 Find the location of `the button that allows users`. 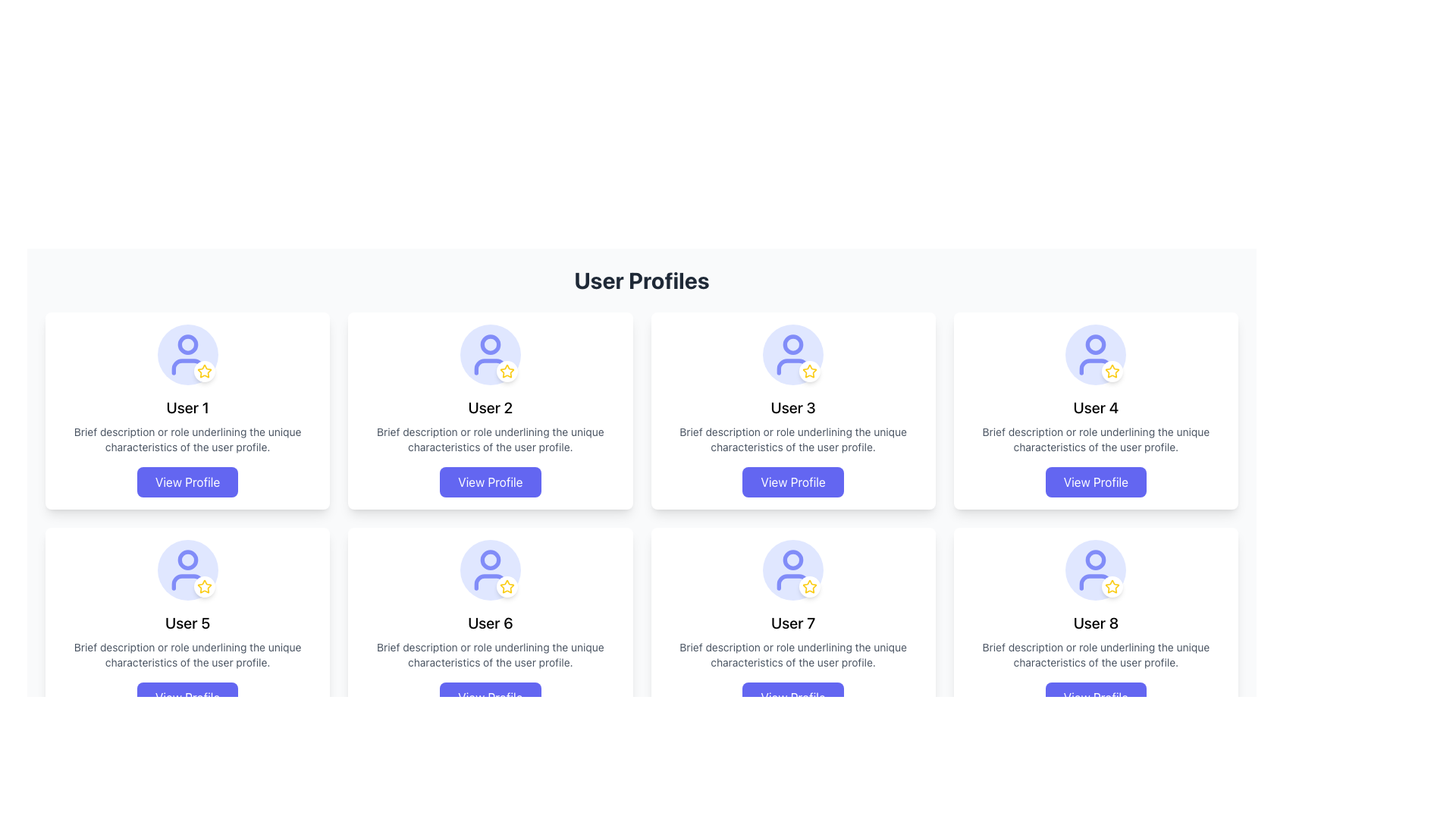

the button that allows users is located at coordinates (490, 698).